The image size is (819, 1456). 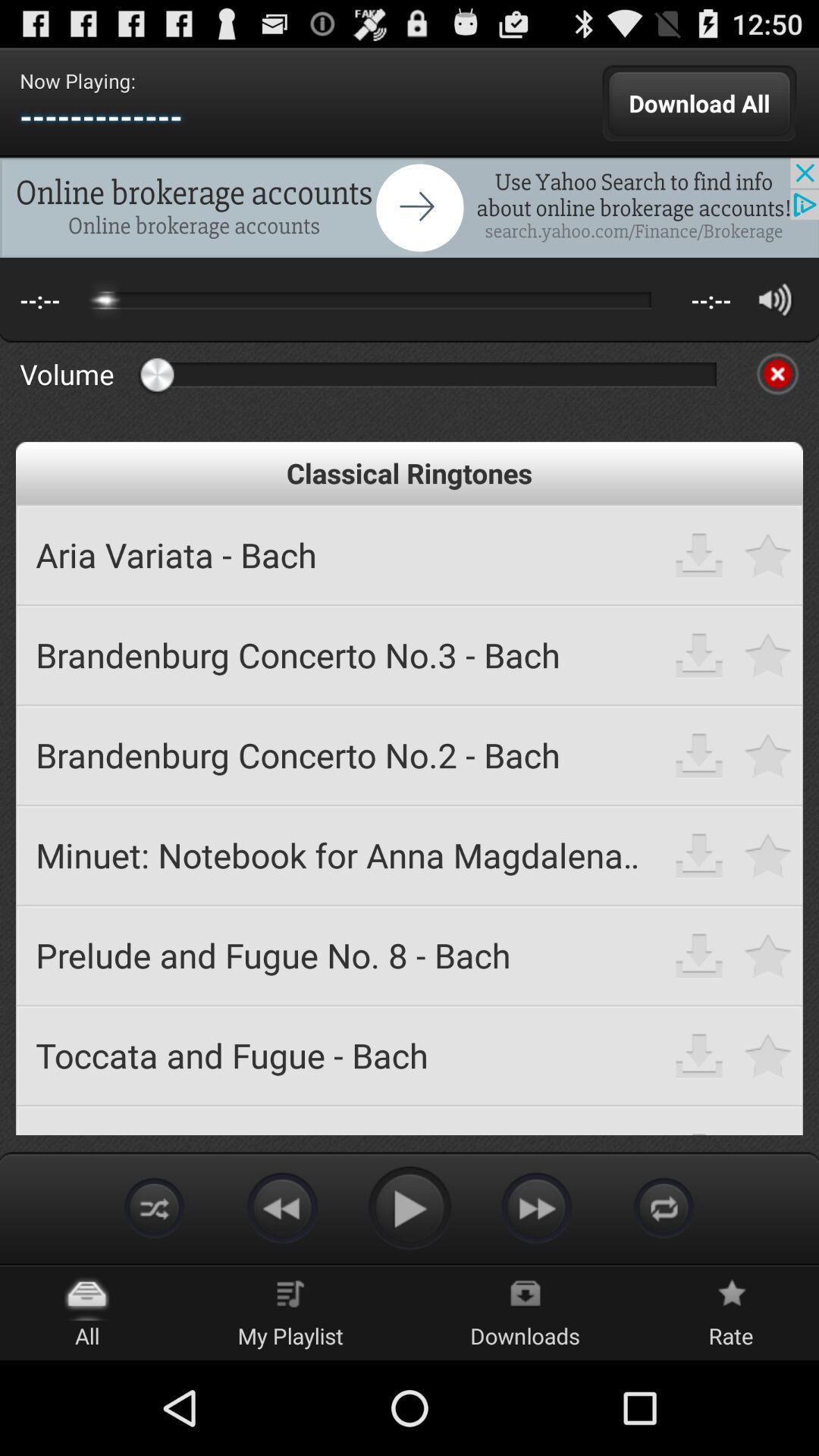 I want to click on ringtone, so click(x=768, y=755).